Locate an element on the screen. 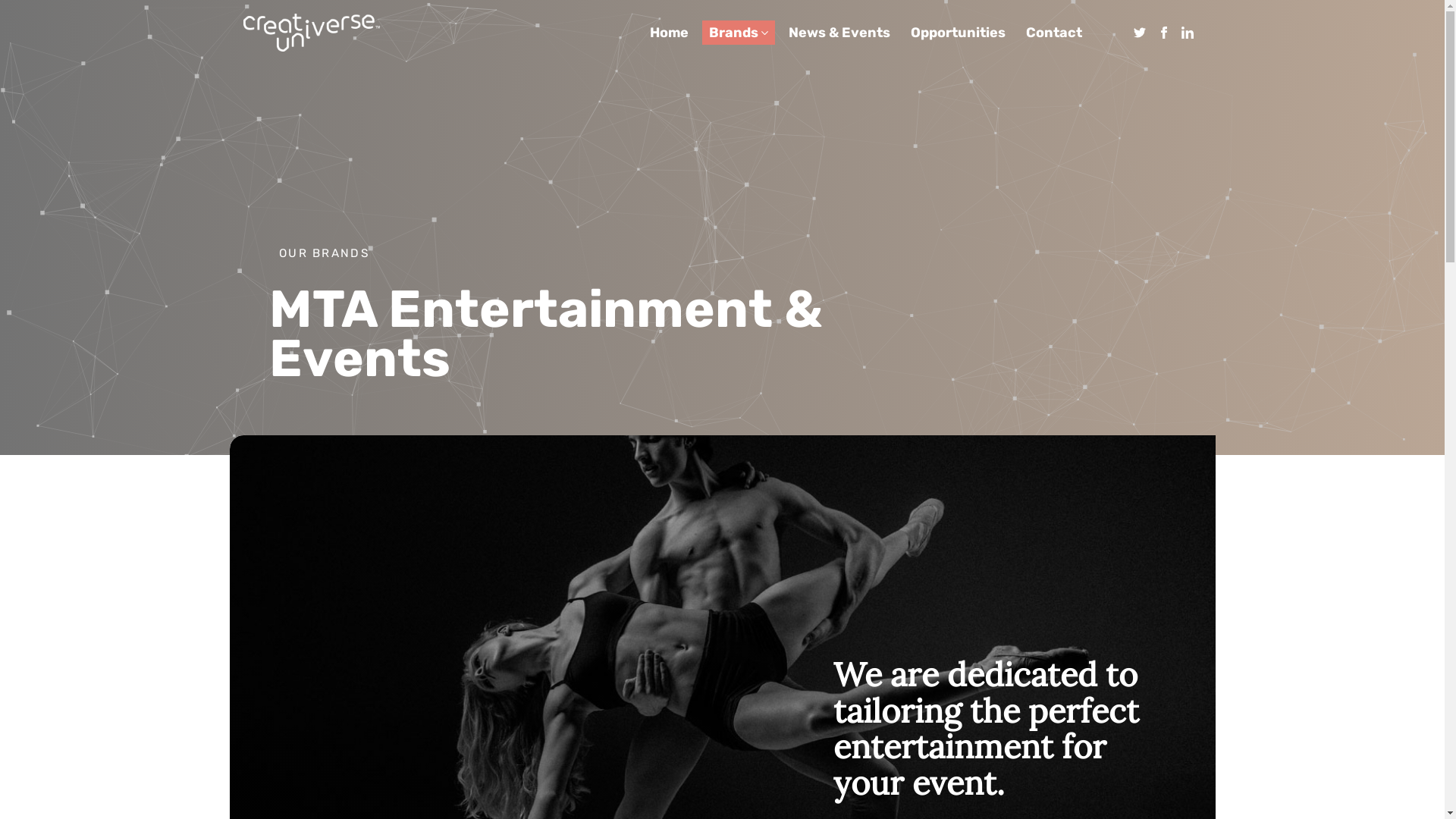 The image size is (1456, 819). 'Opportunities' is located at coordinates (957, 32).